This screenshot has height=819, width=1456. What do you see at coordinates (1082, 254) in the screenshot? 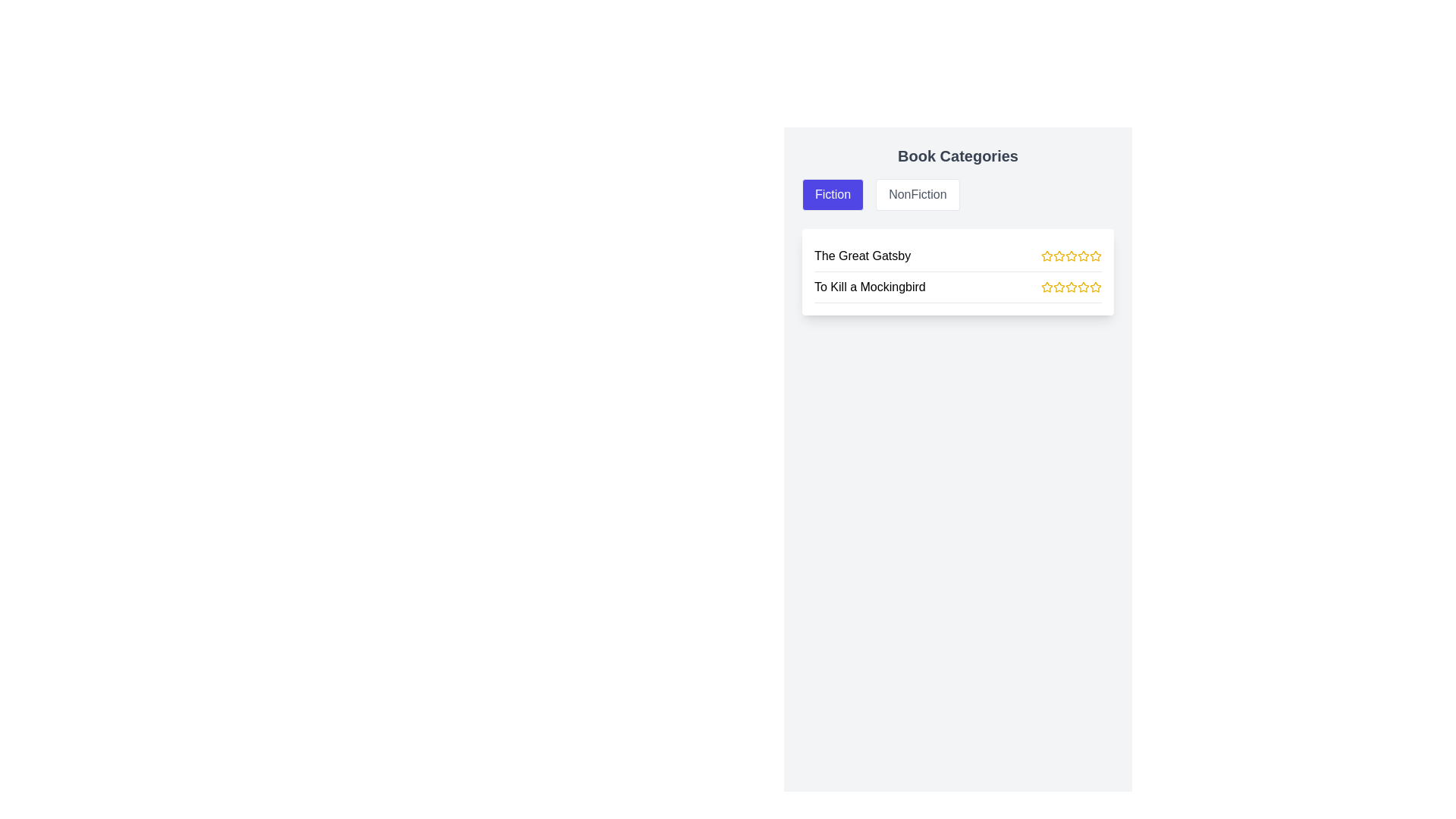
I see `the fifth star icon` at bounding box center [1082, 254].